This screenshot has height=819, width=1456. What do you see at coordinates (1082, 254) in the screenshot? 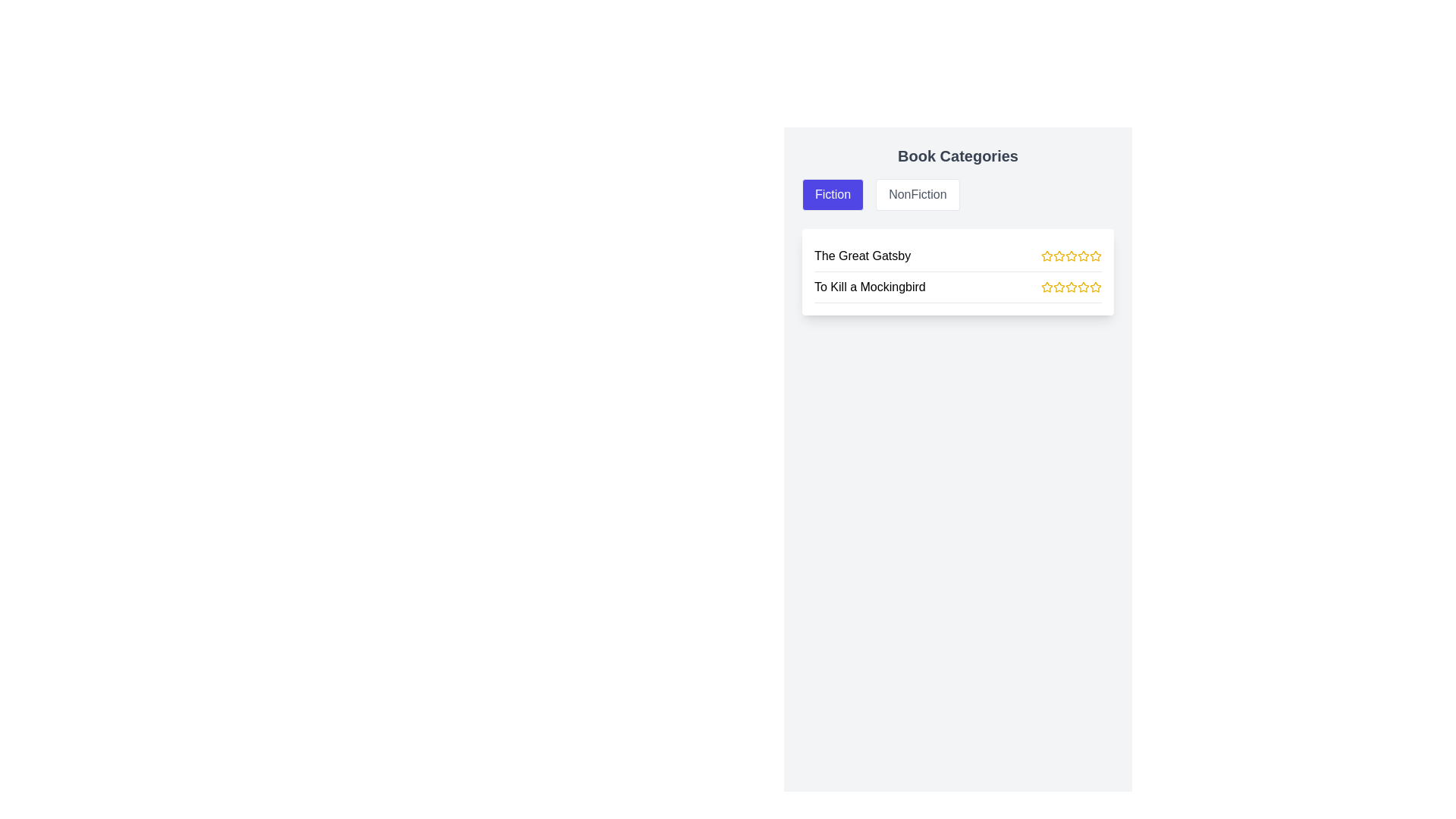
I see `the fifth star icon` at bounding box center [1082, 254].